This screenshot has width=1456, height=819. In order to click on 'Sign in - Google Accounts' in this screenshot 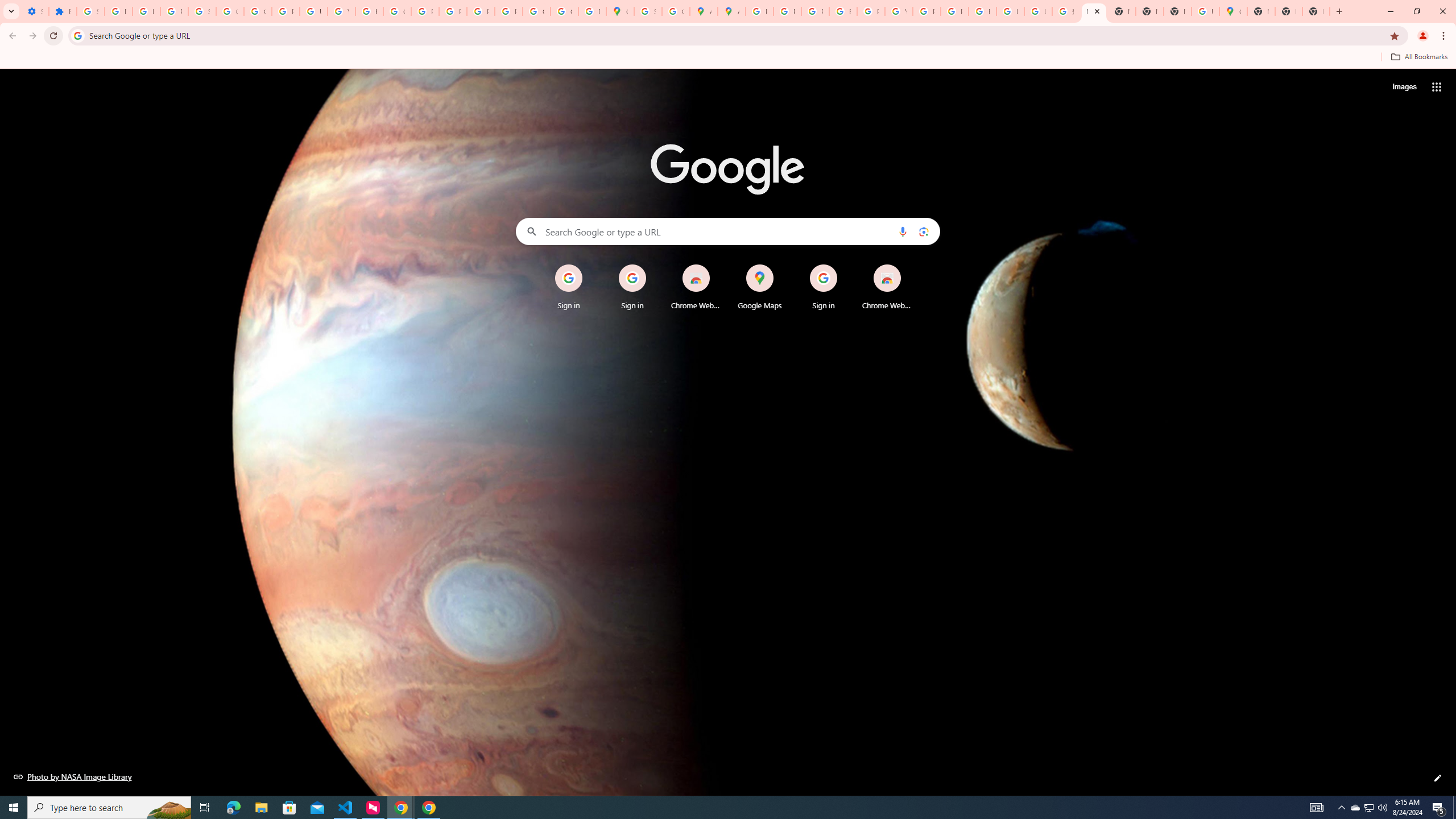, I will do `click(201, 11)`.